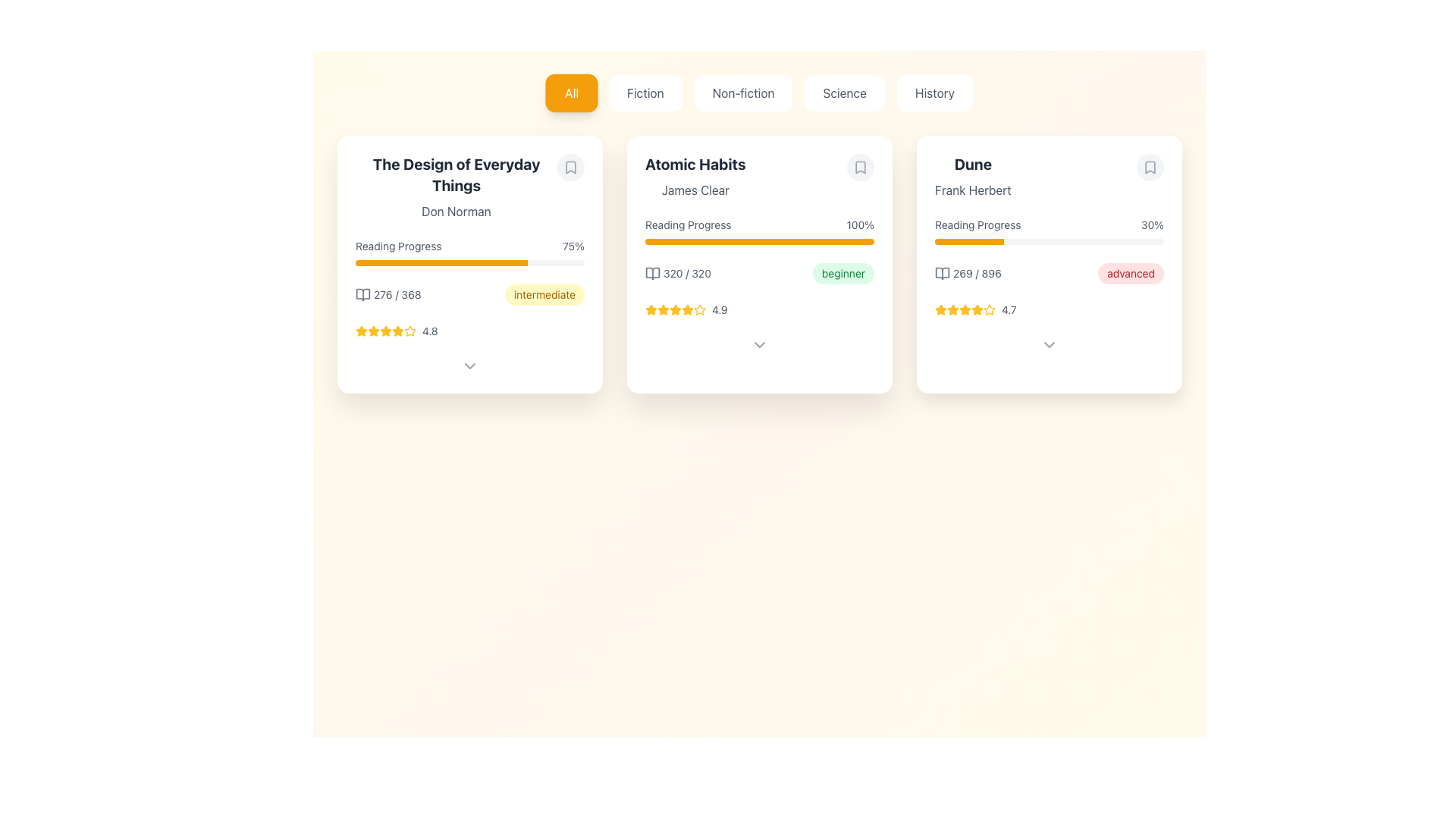  I want to click on text label displaying '75%' which is styled in dark gray against a light background, positioned to the right of the 'Reading Progress' text in the card titled 'The Design of Everyday Things', so click(573, 245).